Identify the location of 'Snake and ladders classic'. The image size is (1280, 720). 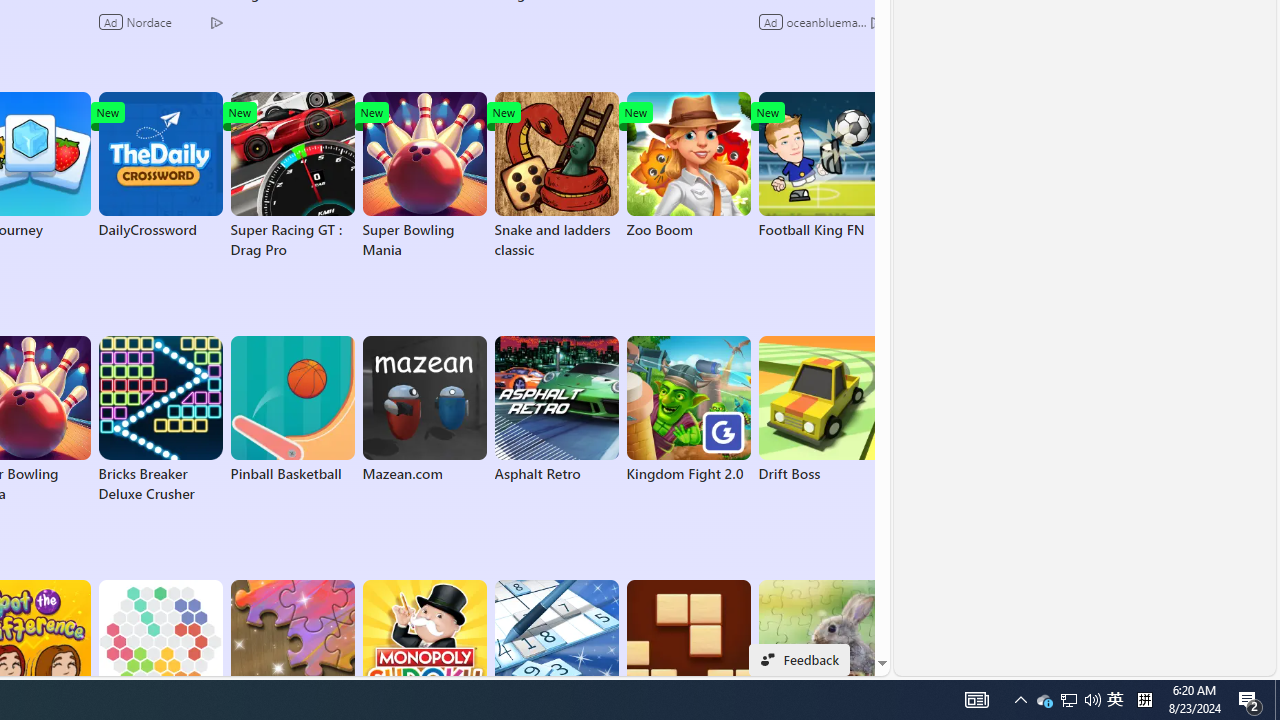
(556, 175).